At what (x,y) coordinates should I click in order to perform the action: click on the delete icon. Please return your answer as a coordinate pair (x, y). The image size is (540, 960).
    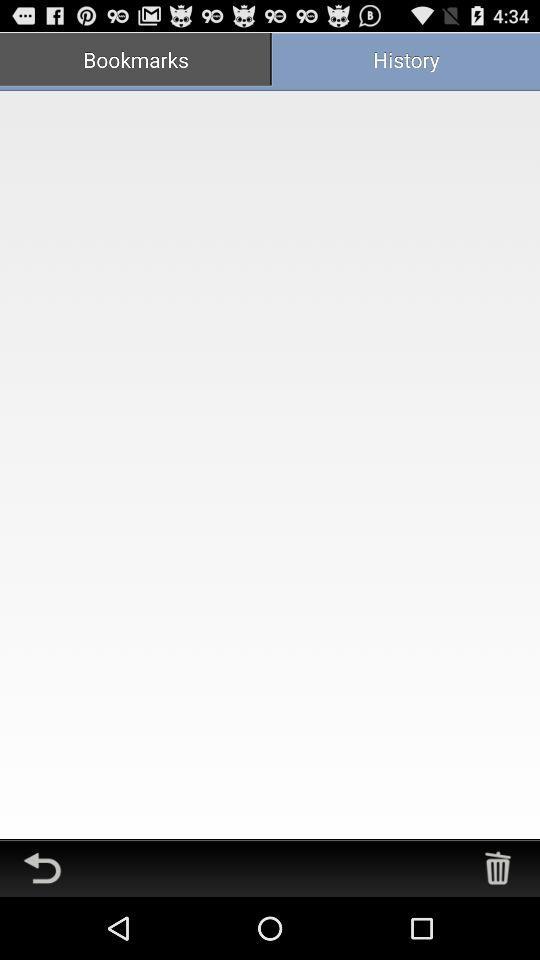
    Looking at the image, I should click on (496, 929).